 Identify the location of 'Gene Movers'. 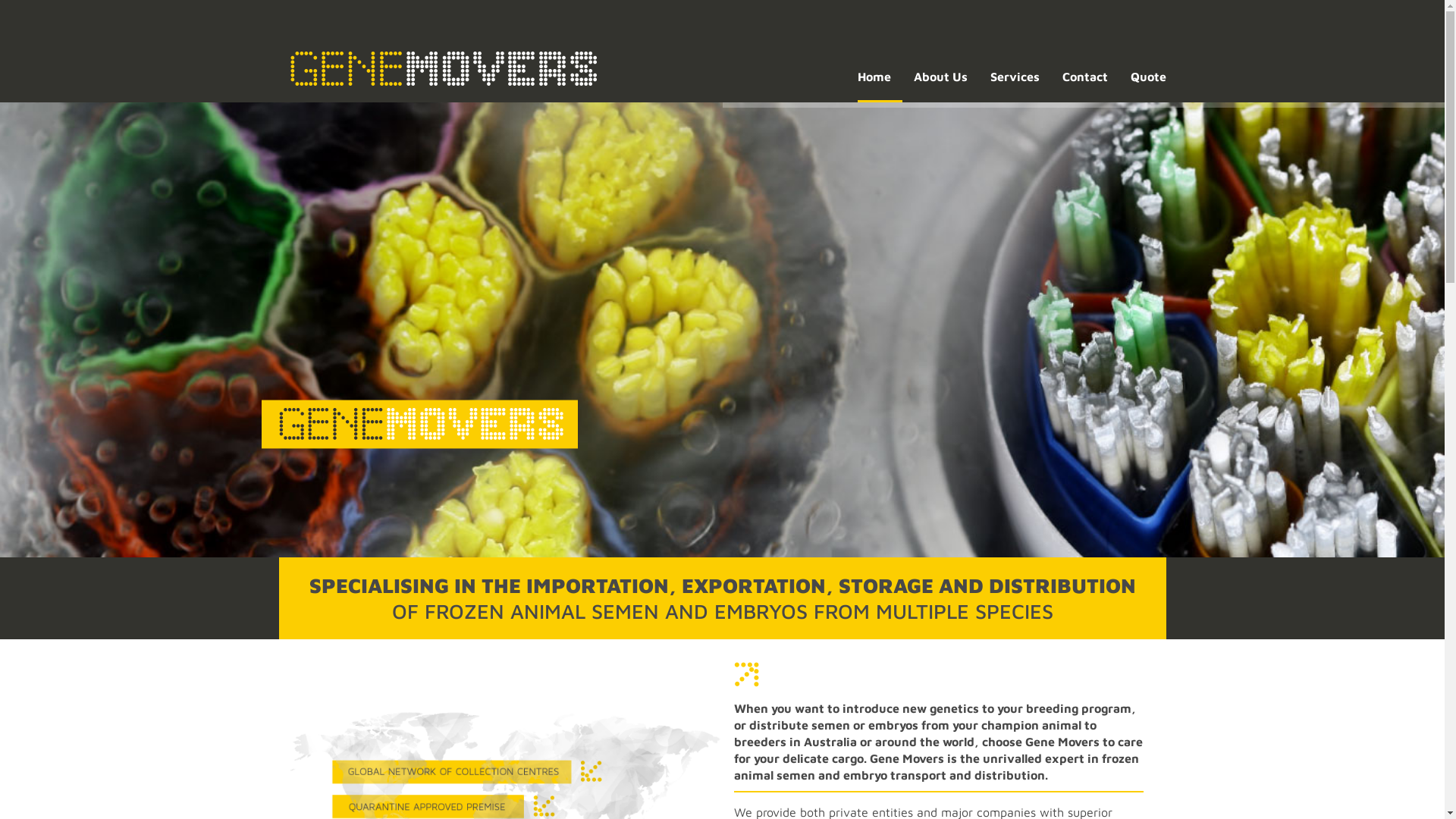
(442, 66).